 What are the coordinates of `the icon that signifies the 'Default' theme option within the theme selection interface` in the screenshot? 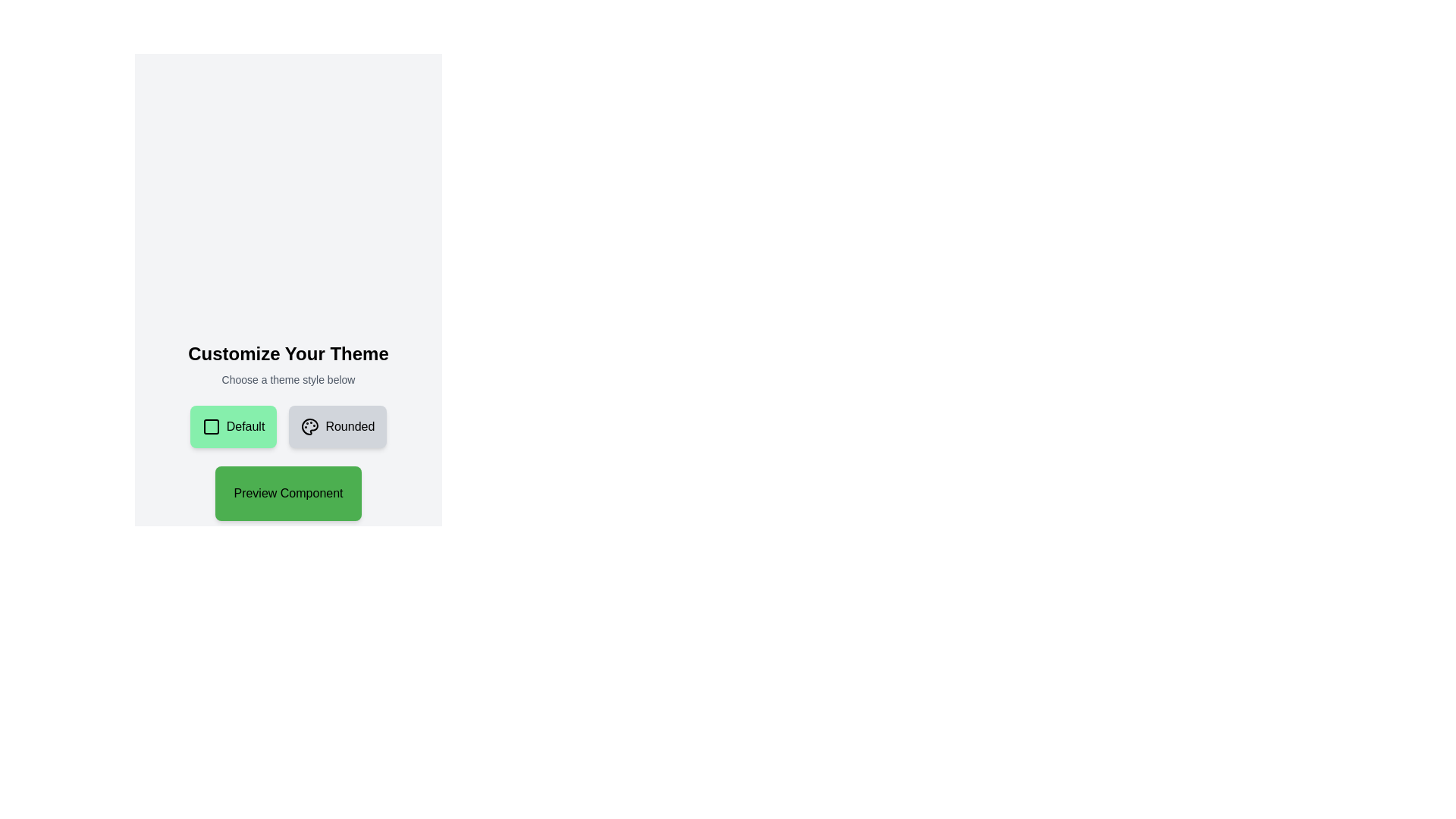 It's located at (210, 427).